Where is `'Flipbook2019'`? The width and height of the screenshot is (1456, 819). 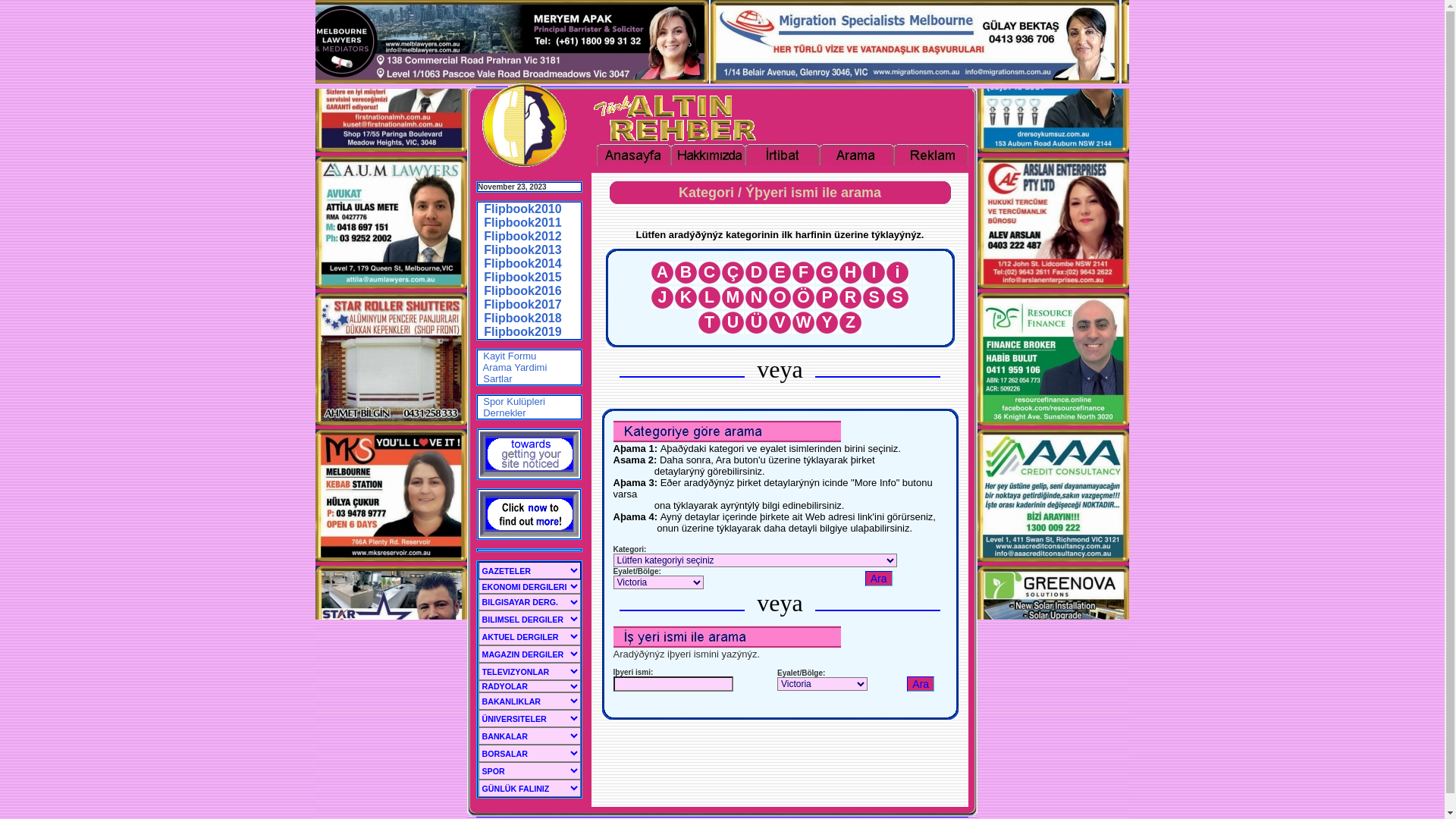
'Flipbook2019' is located at coordinates (522, 331).